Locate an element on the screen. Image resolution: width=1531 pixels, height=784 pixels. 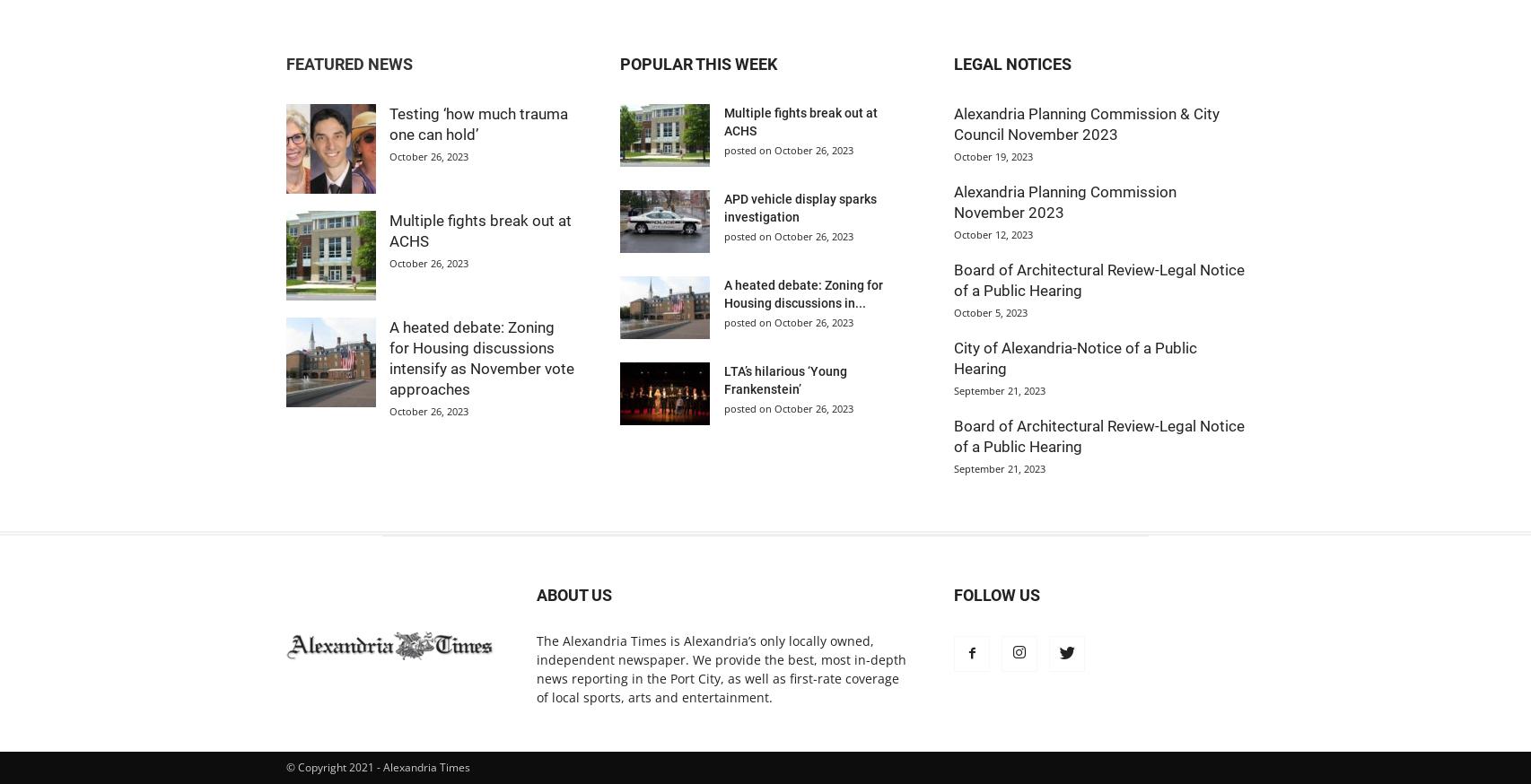
'© Copyright 2021 - Alexandria Times' is located at coordinates (378, 767).